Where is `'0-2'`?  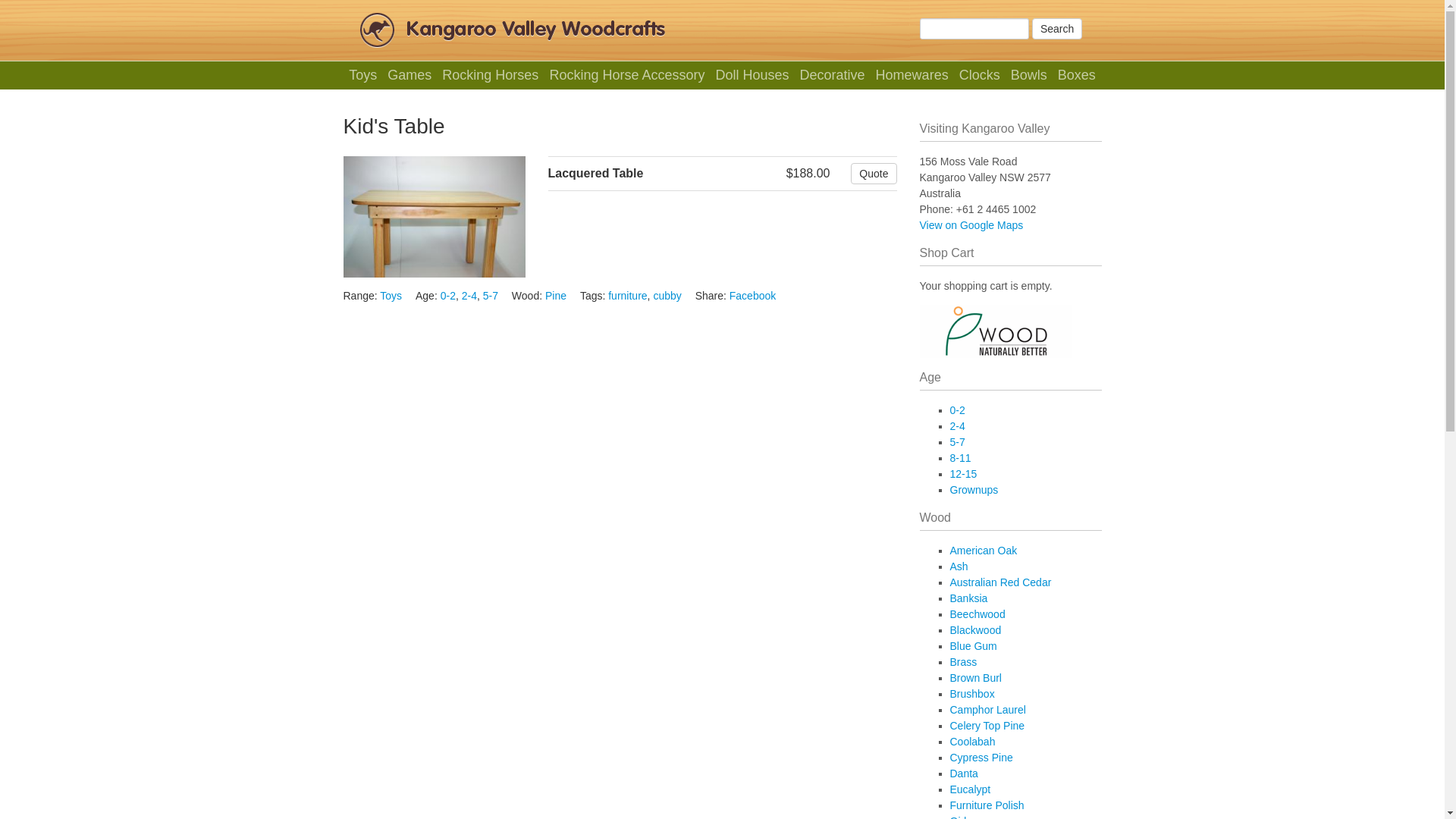 '0-2' is located at coordinates (447, 295).